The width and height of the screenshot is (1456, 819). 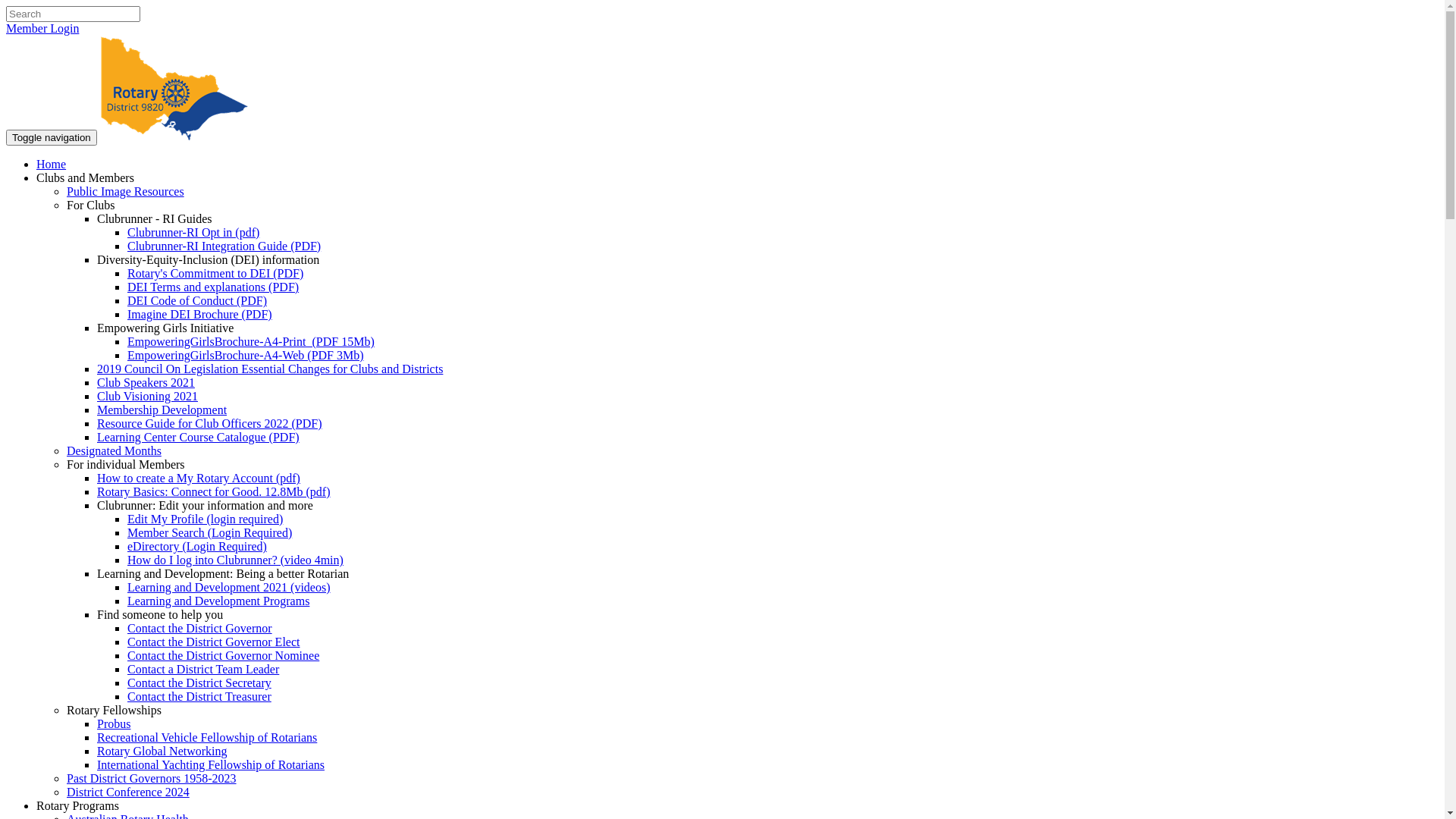 What do you see at coordinates (90, 205) in the screenshot?
I see `'For Clubs'` at bounding box center [90, 205].